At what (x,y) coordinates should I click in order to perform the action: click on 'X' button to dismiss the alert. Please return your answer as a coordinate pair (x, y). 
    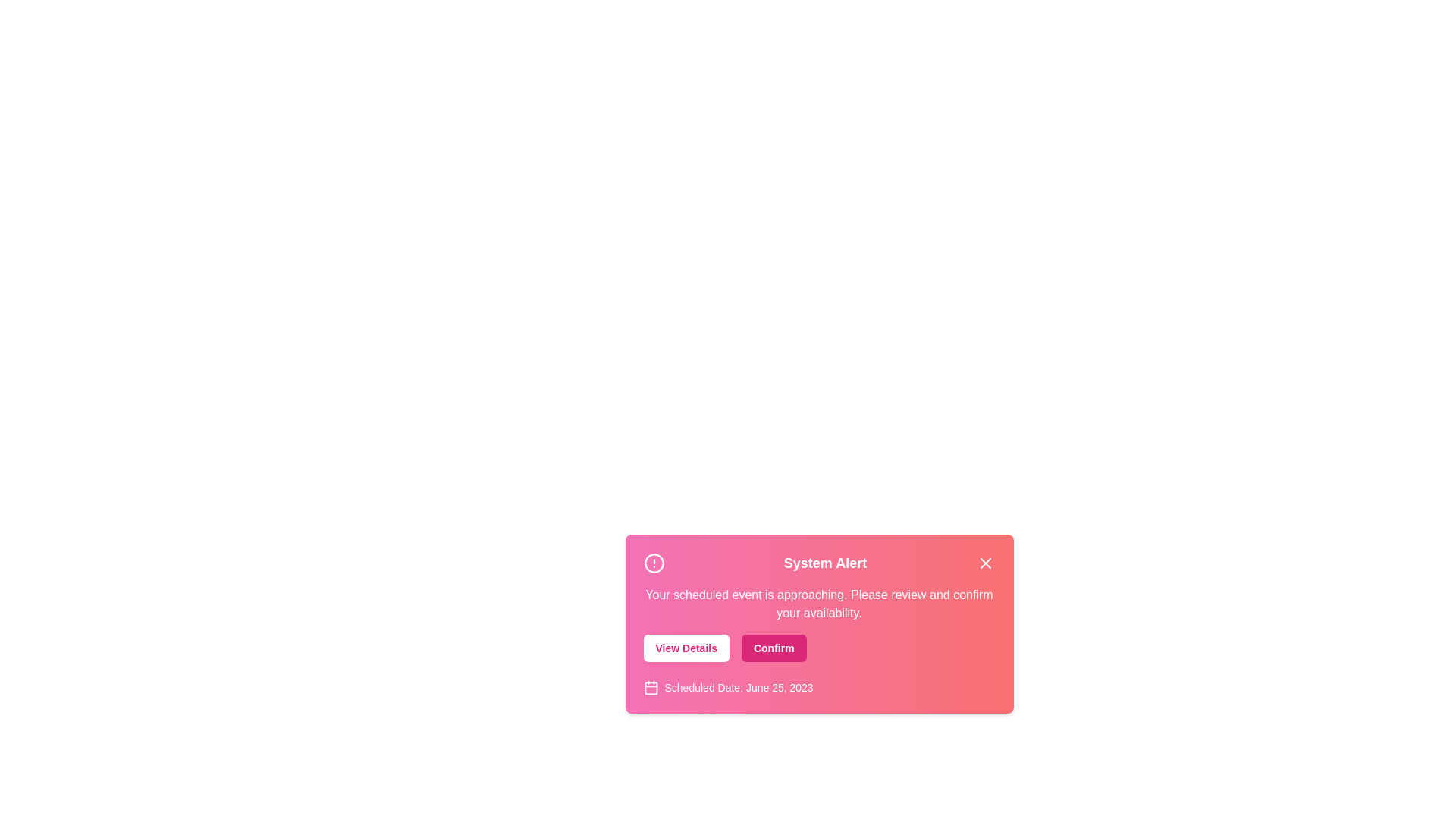
    Looking at the image, I should click on (986, 563).